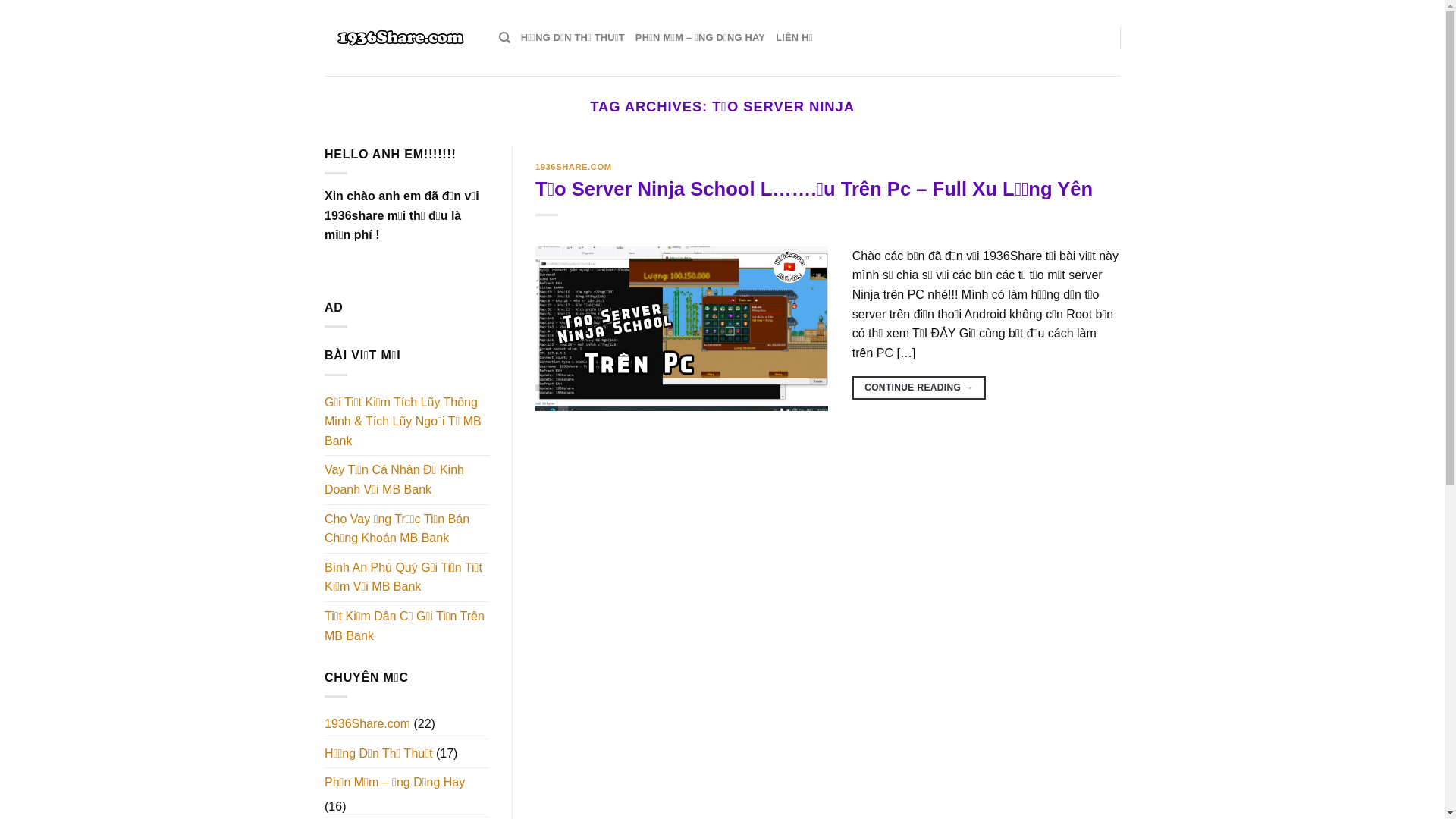 The height and width of the screenshot is (819, 1456). Describe the element at coordinates (367, 724) in the screenshot. I see `'1936Share.com'` at that location.